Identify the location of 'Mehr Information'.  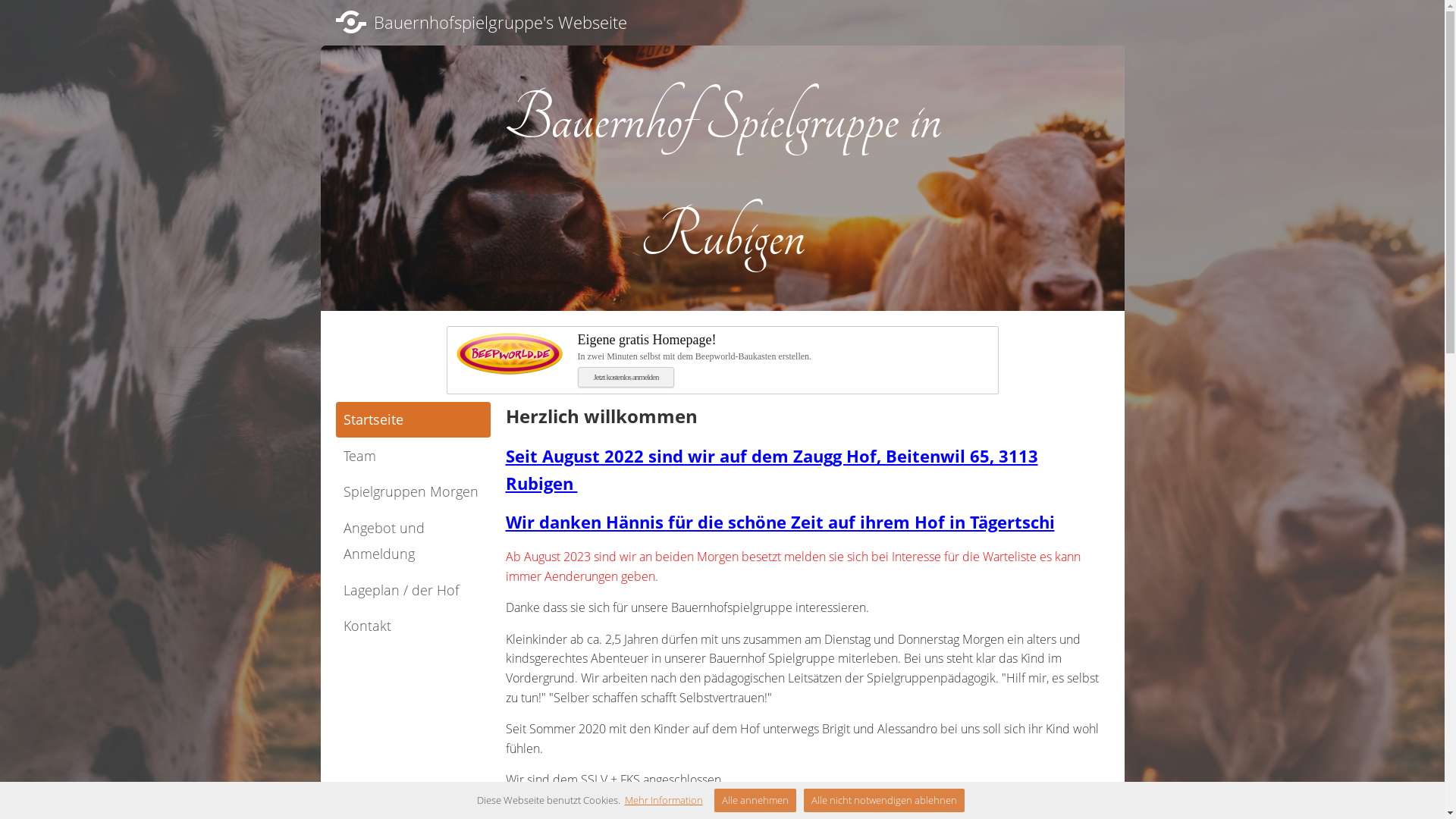
(664, 799).